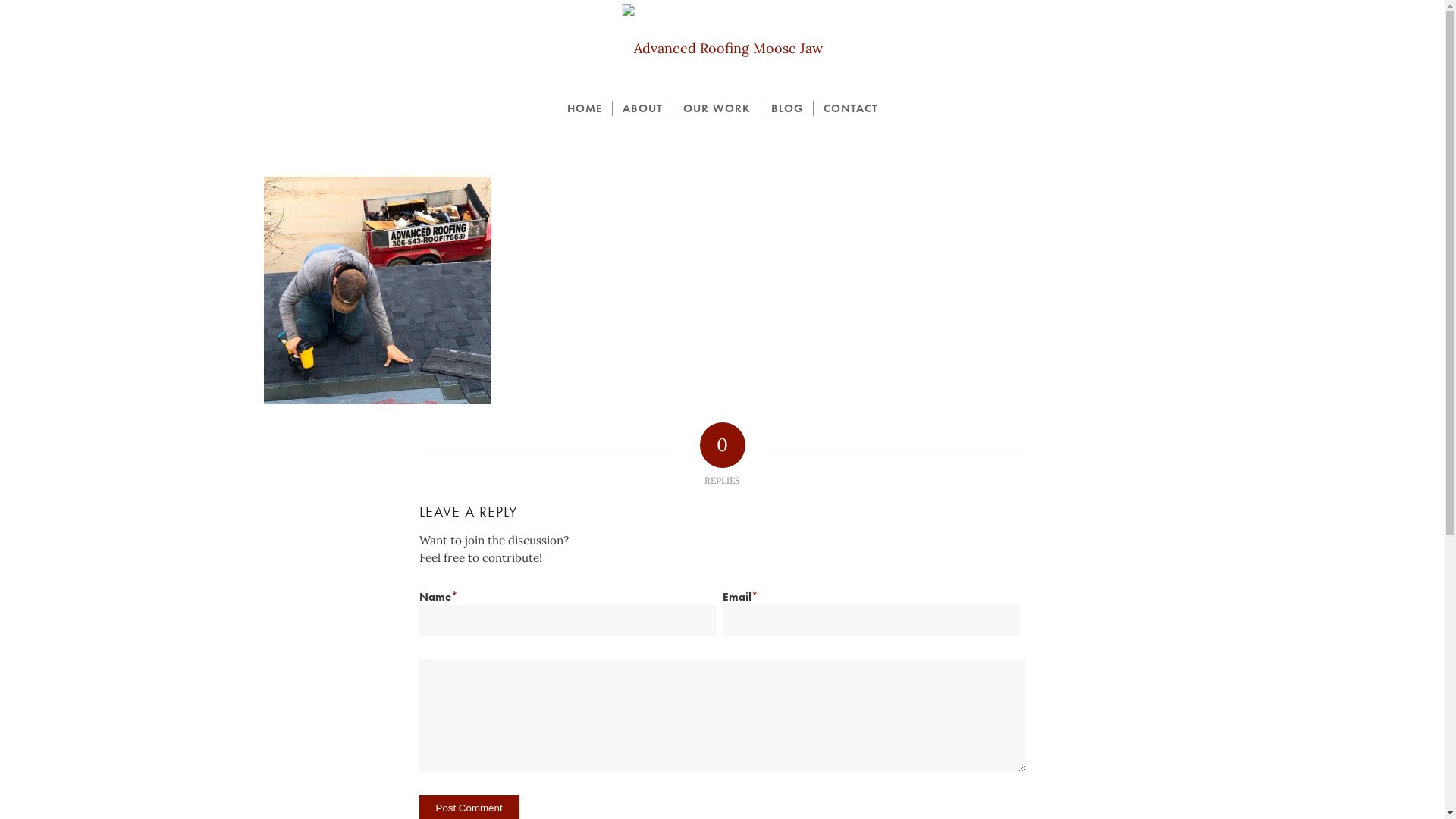 The height and width of the screenshot is (819, 1456). I want to click on 'ABOUT', so click(641, 107).